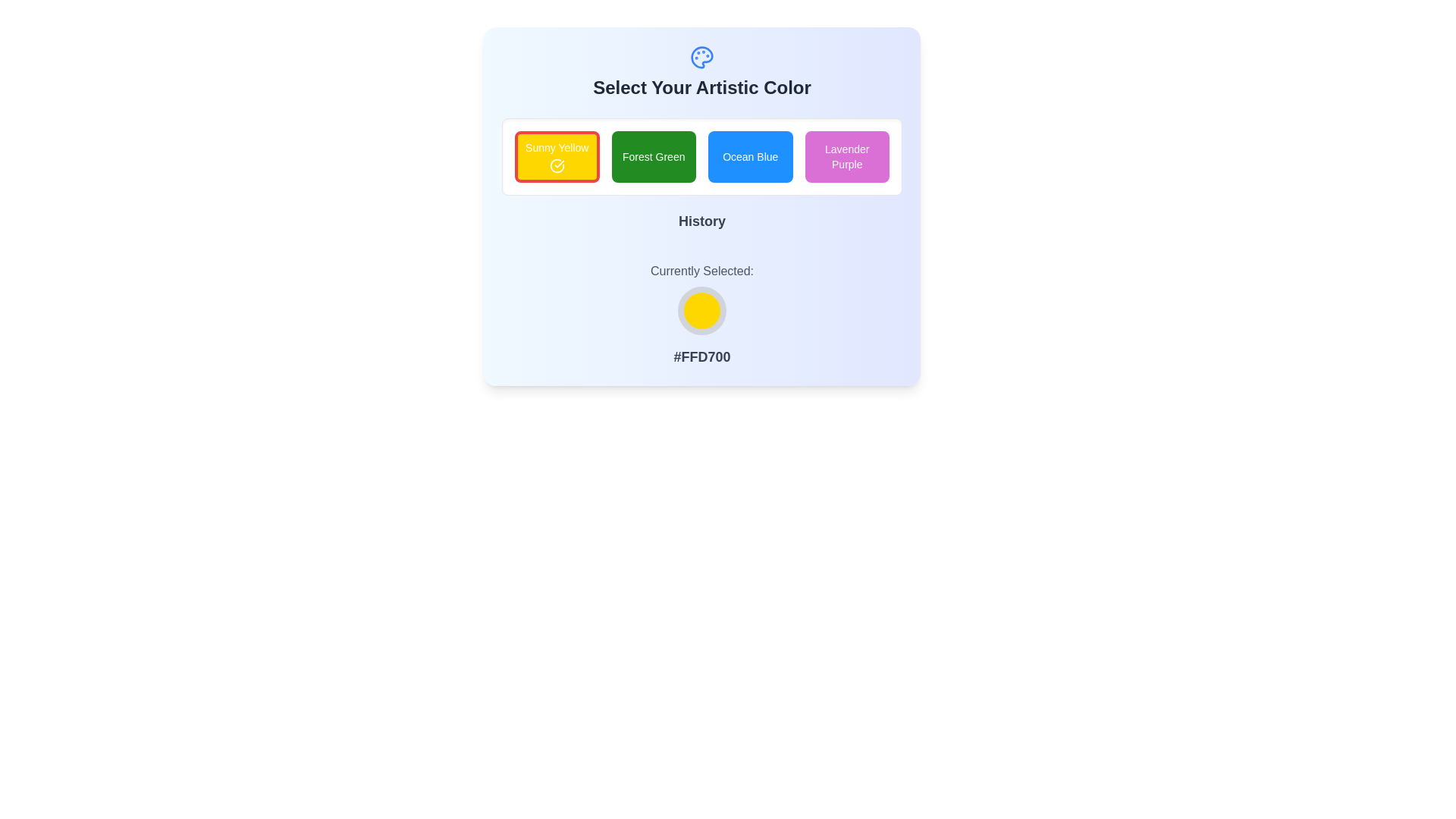  What do you see at coordinates (654, 157) in the screenshot?
I see `the green color label in the color selection menu, which indicates the color's name` at bounding box center [654, 157].